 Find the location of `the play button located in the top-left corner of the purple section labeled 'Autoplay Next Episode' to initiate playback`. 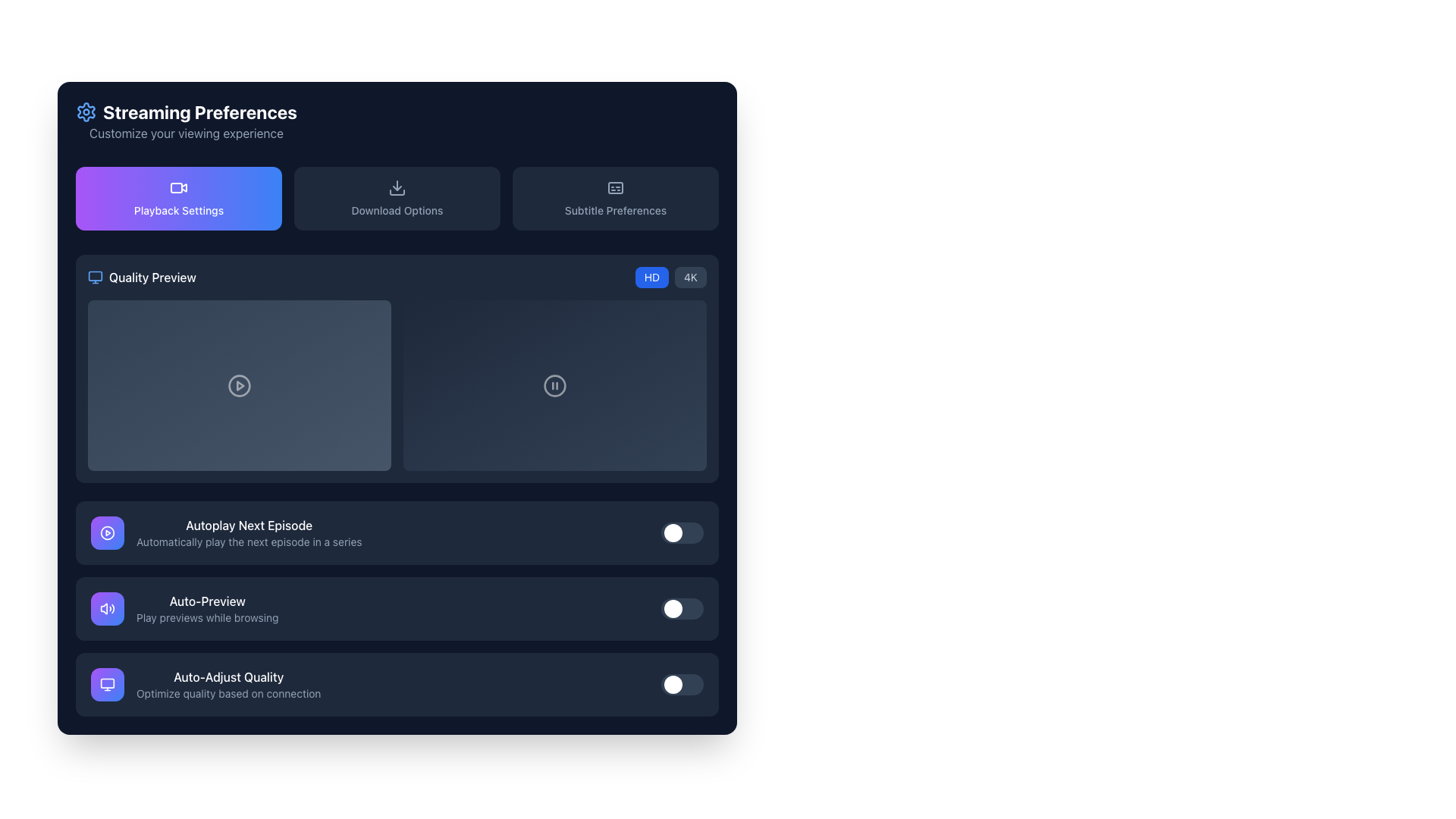

the play button located in the top-left corner of the purple section labeled 'Autoplay Next Episode' to initiate playback is located at coordinates (107, 532).